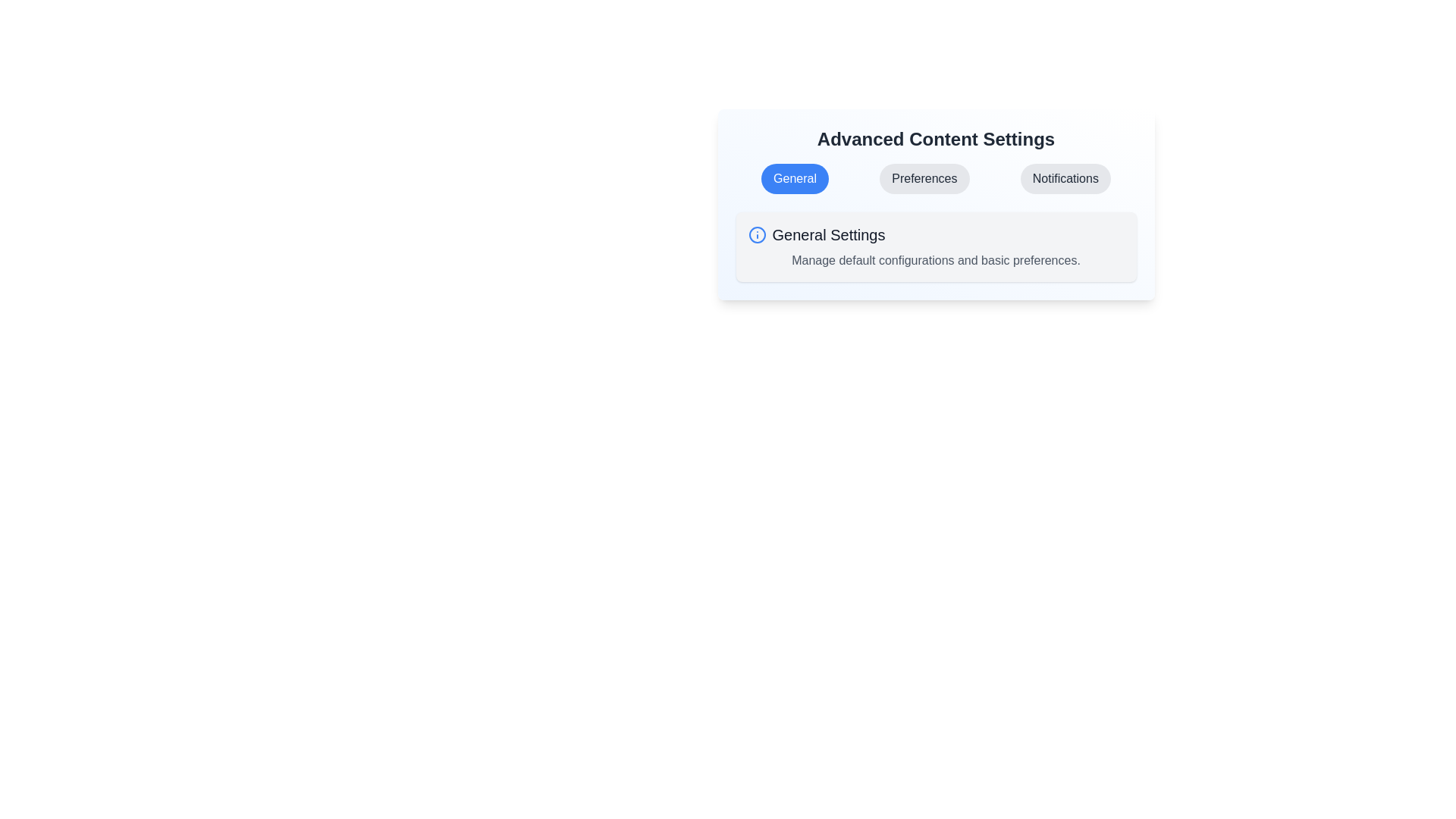  I want to click on the 'Preferences' tab button, which is the second button from the left in the group located below the 'Advanced Content Settings' heading, so click(935, 177).